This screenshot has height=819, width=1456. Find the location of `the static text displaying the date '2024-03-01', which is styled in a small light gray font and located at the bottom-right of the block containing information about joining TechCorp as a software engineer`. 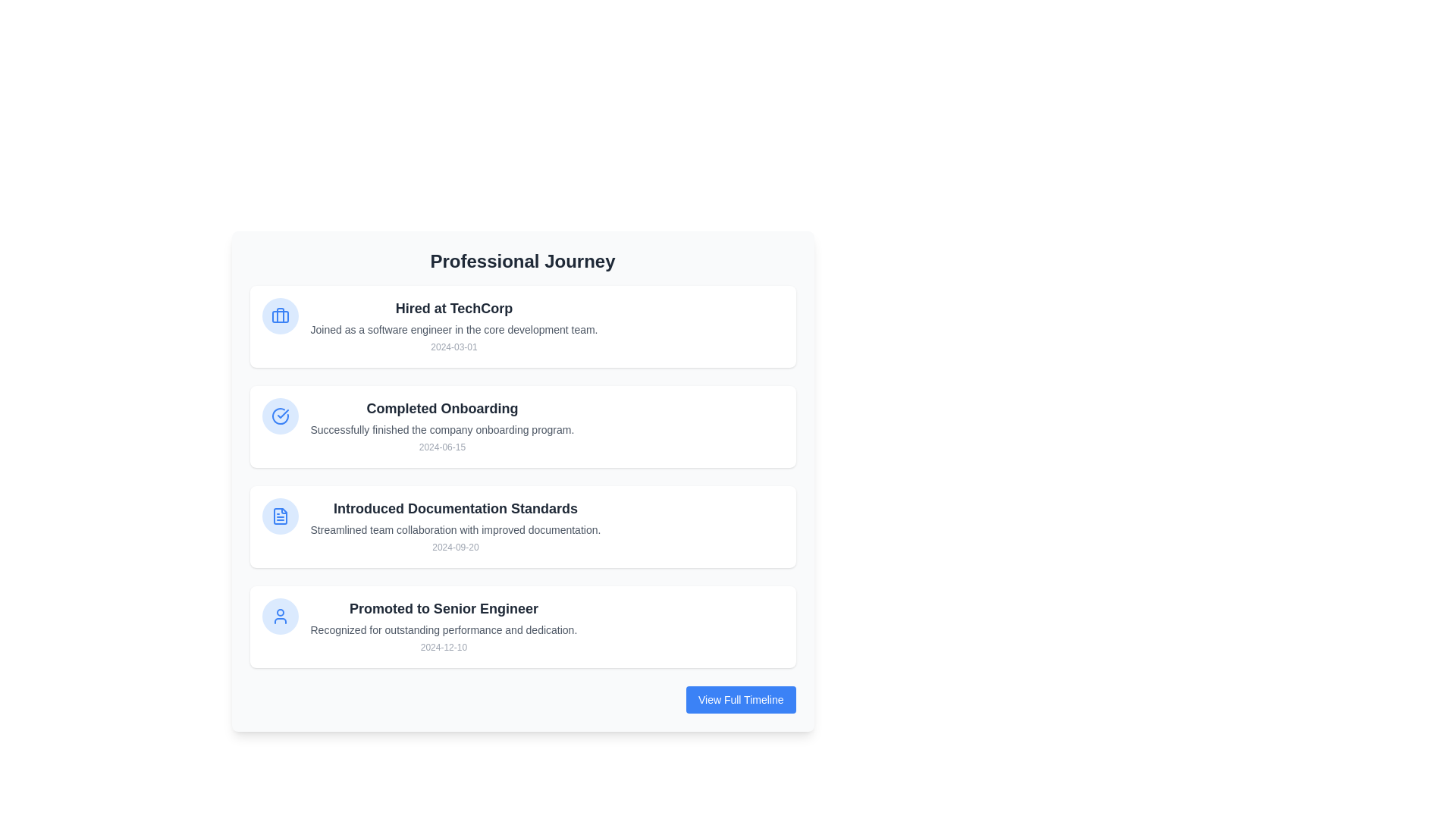

the static text displaying the date '2024-03-01', which is styled in a small light gray font and located at the bottom-right of the block containing information about joining TechCorp as a software engineer is located at coordinates (453, 347).